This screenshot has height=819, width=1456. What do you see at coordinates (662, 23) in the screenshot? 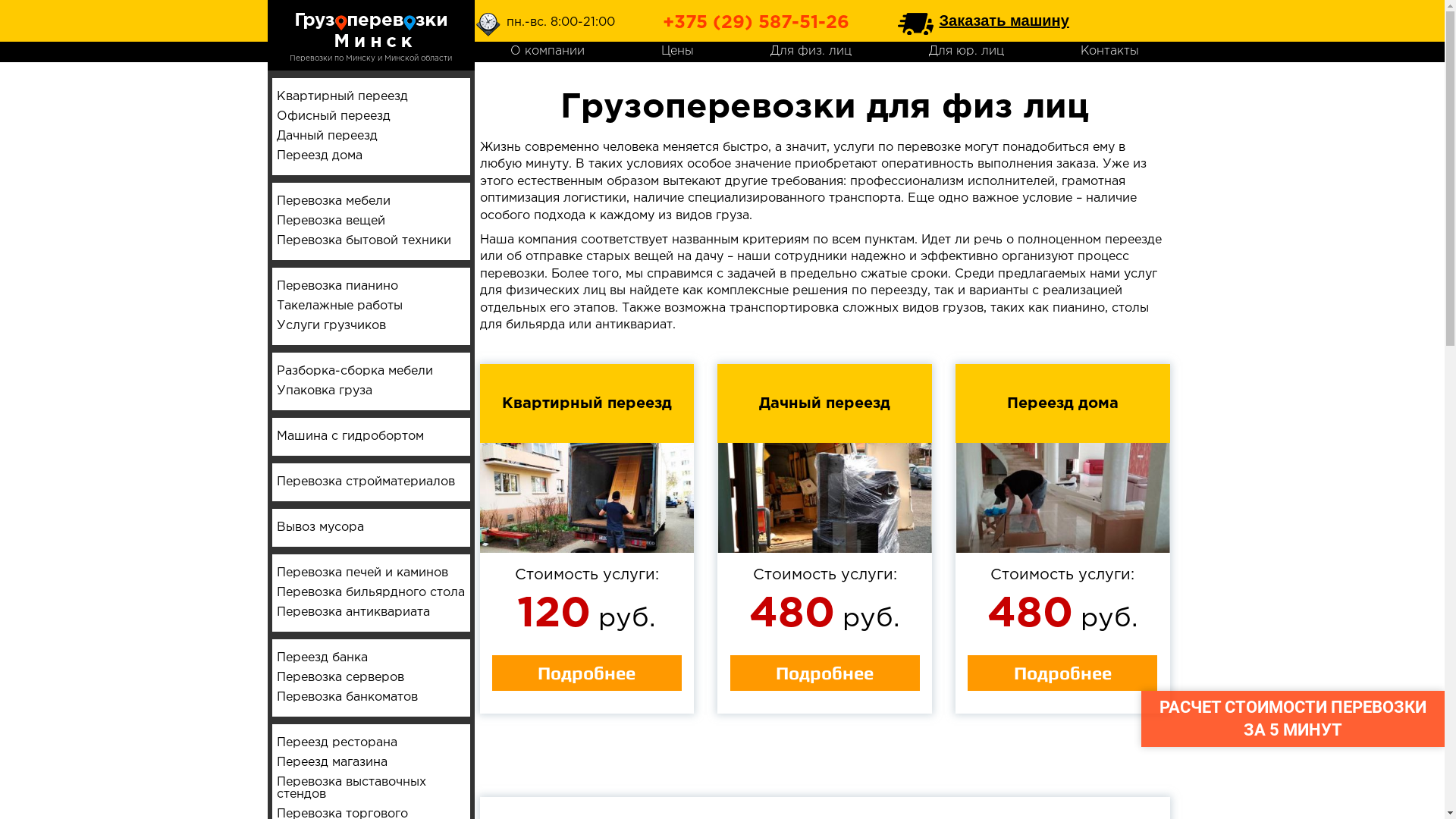
I see `'+375 (29) 587-51-26'` at bounding box center [662, 23].